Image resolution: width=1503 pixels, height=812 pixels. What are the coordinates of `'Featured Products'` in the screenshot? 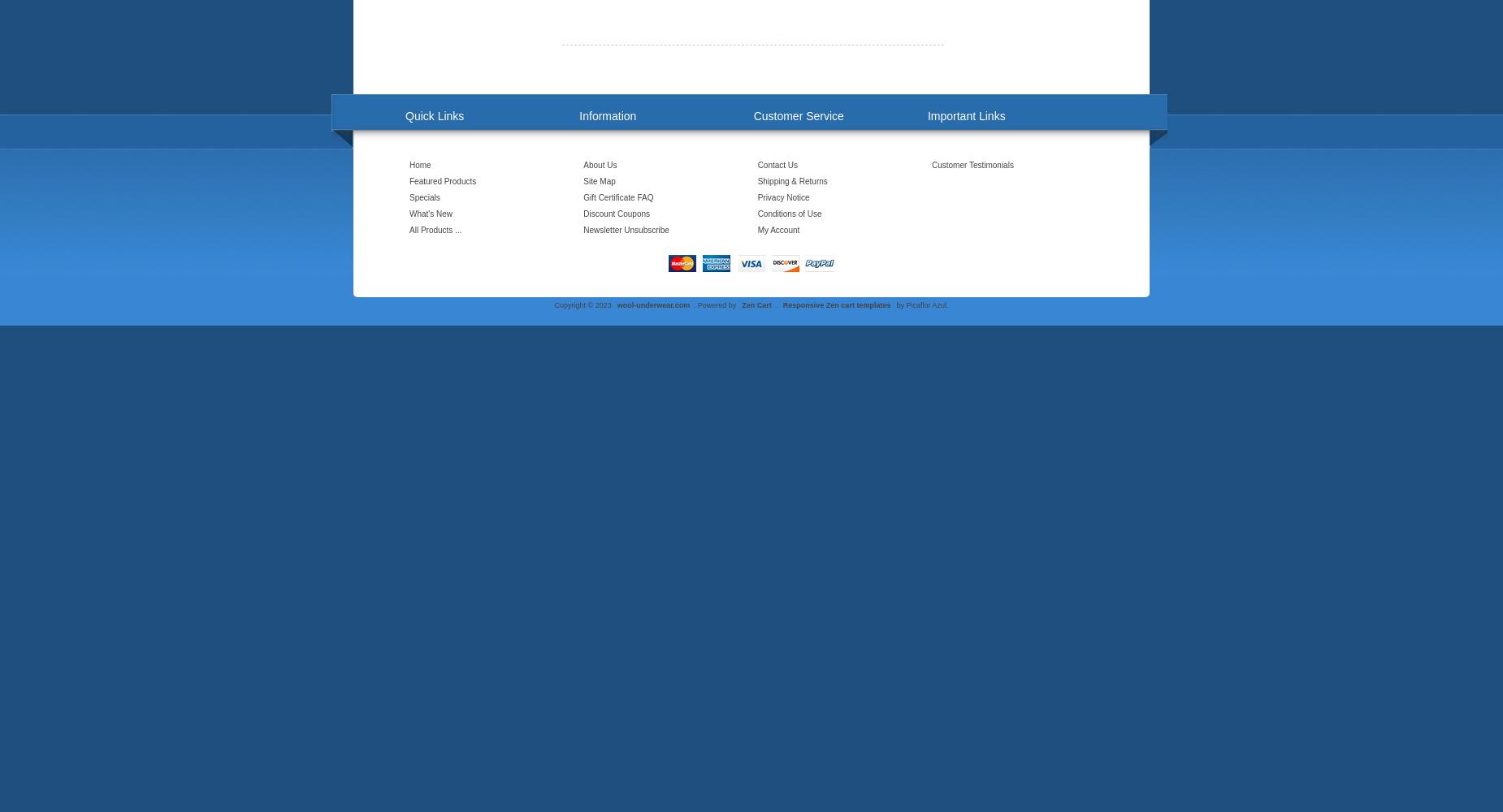 It's located at (443, 180).